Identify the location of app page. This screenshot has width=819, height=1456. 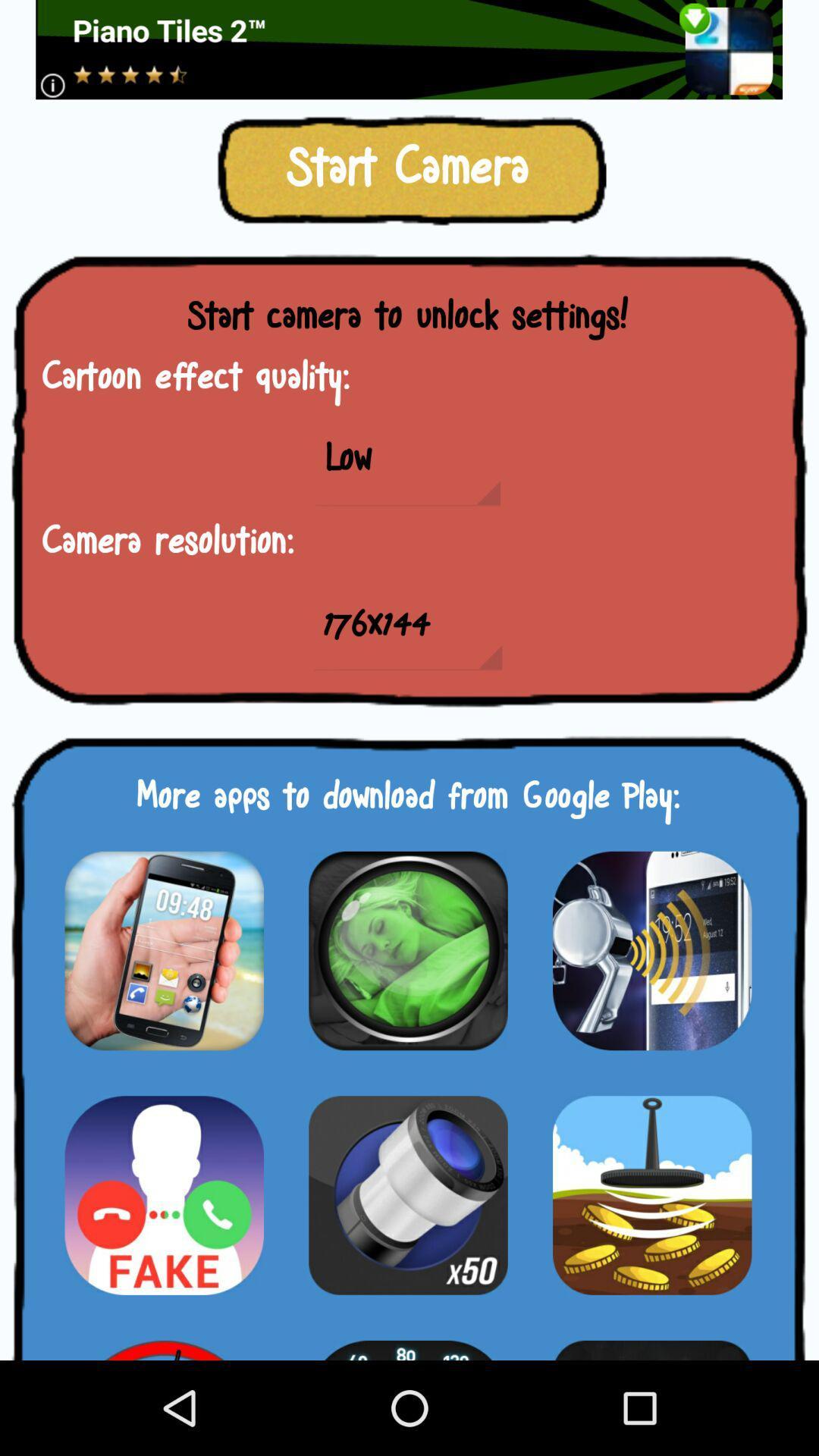
(164, 1194).